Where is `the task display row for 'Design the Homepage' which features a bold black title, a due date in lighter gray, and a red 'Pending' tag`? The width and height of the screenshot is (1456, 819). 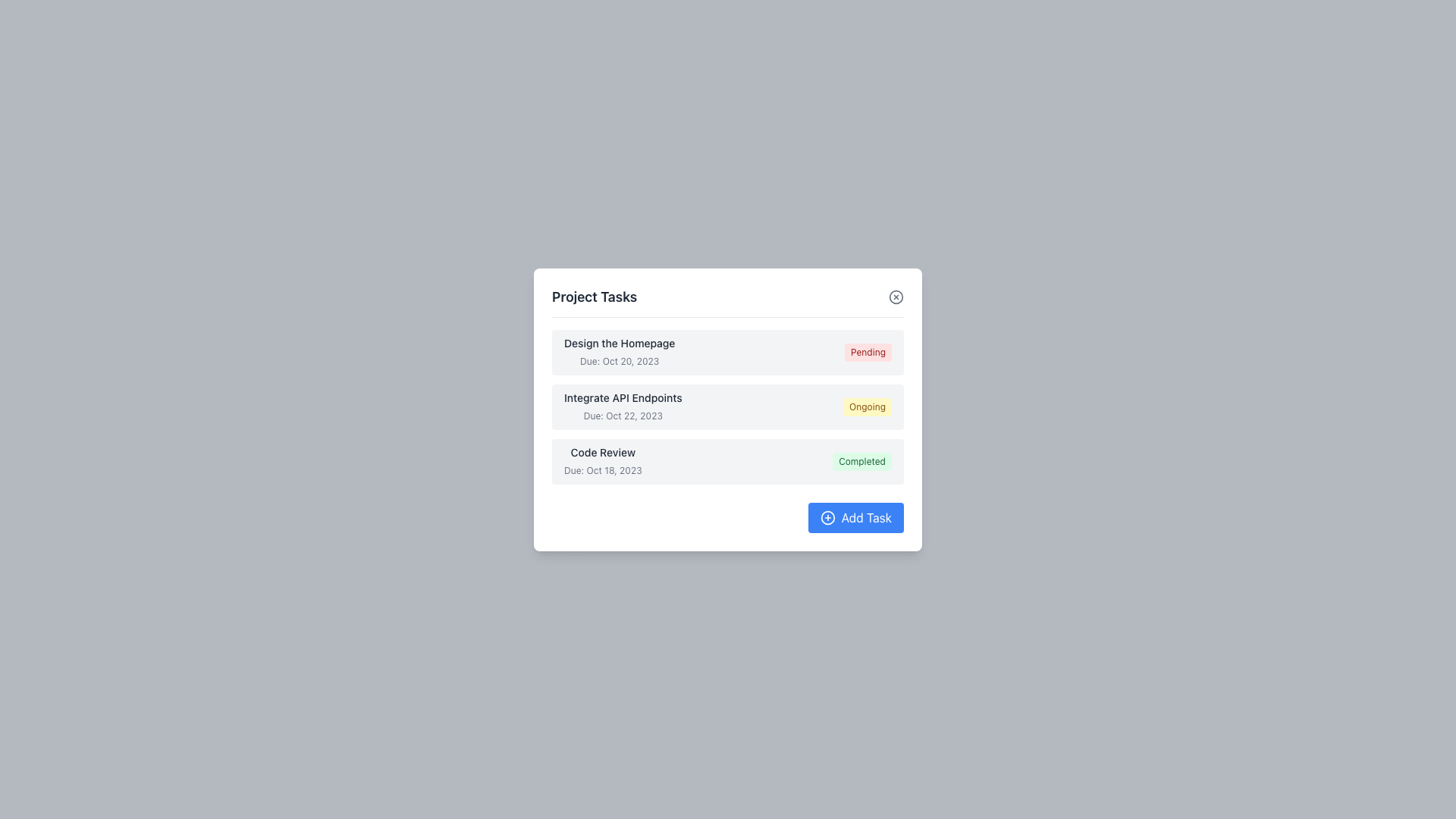 the task display row for 'Design the Homepage' which features a bold black title, a due date in lighter gray, and a red 'Pending' tag is located at coordinates (728, 352).